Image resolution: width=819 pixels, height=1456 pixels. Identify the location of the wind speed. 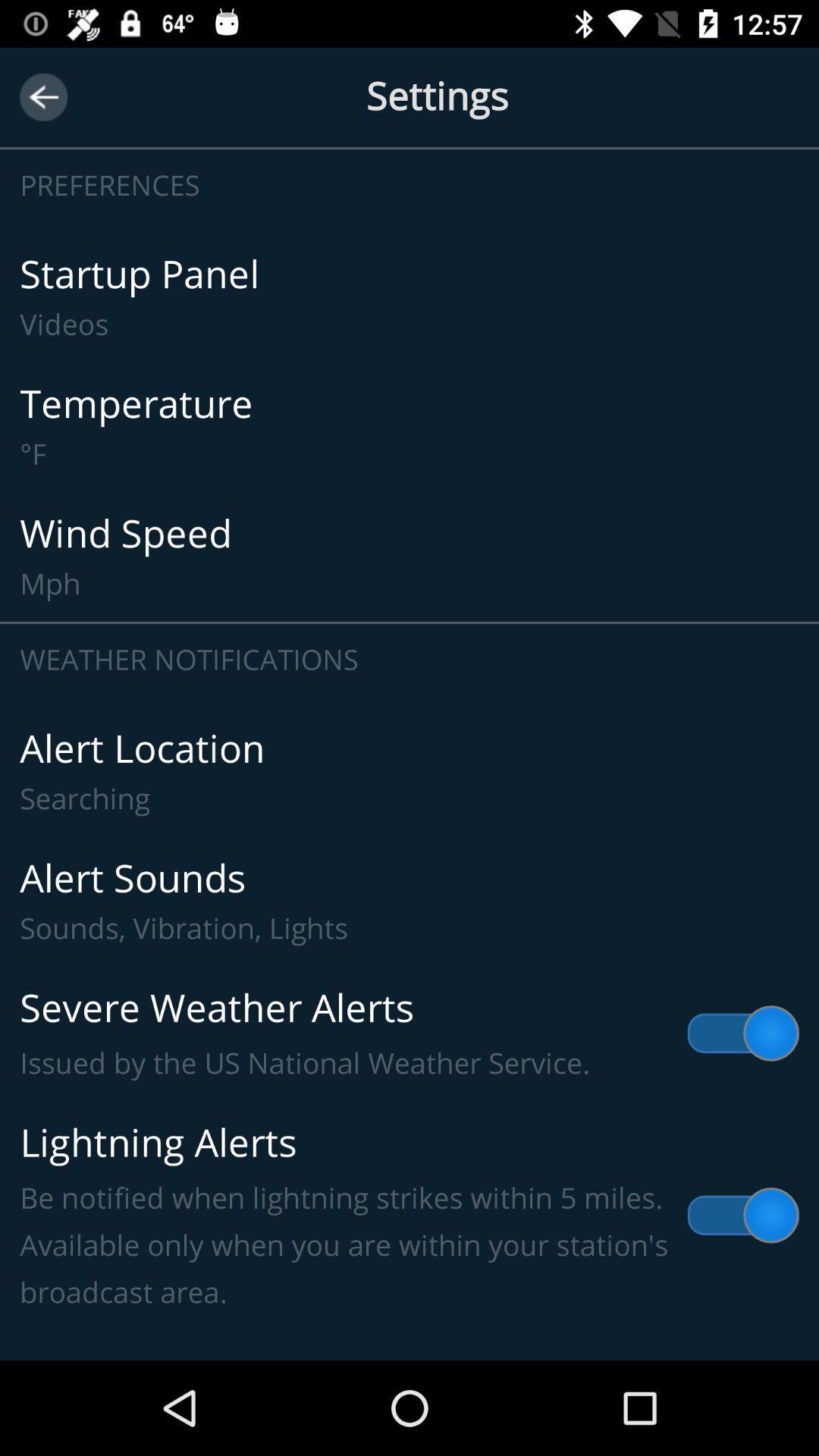
(409, 556).